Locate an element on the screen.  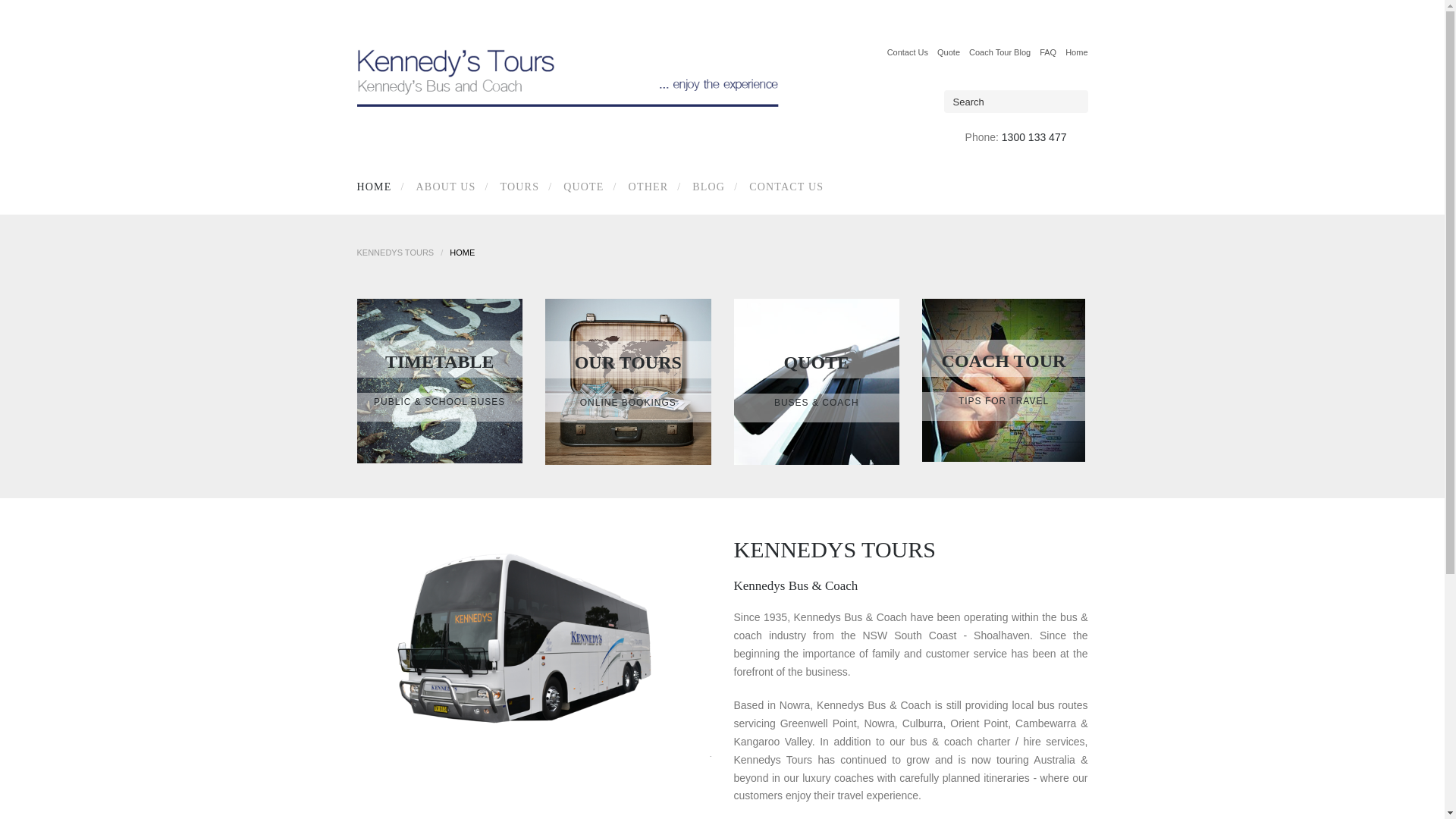
'PUBLIC & SCHOOL BUSES' is located at coordinates (438, 400).